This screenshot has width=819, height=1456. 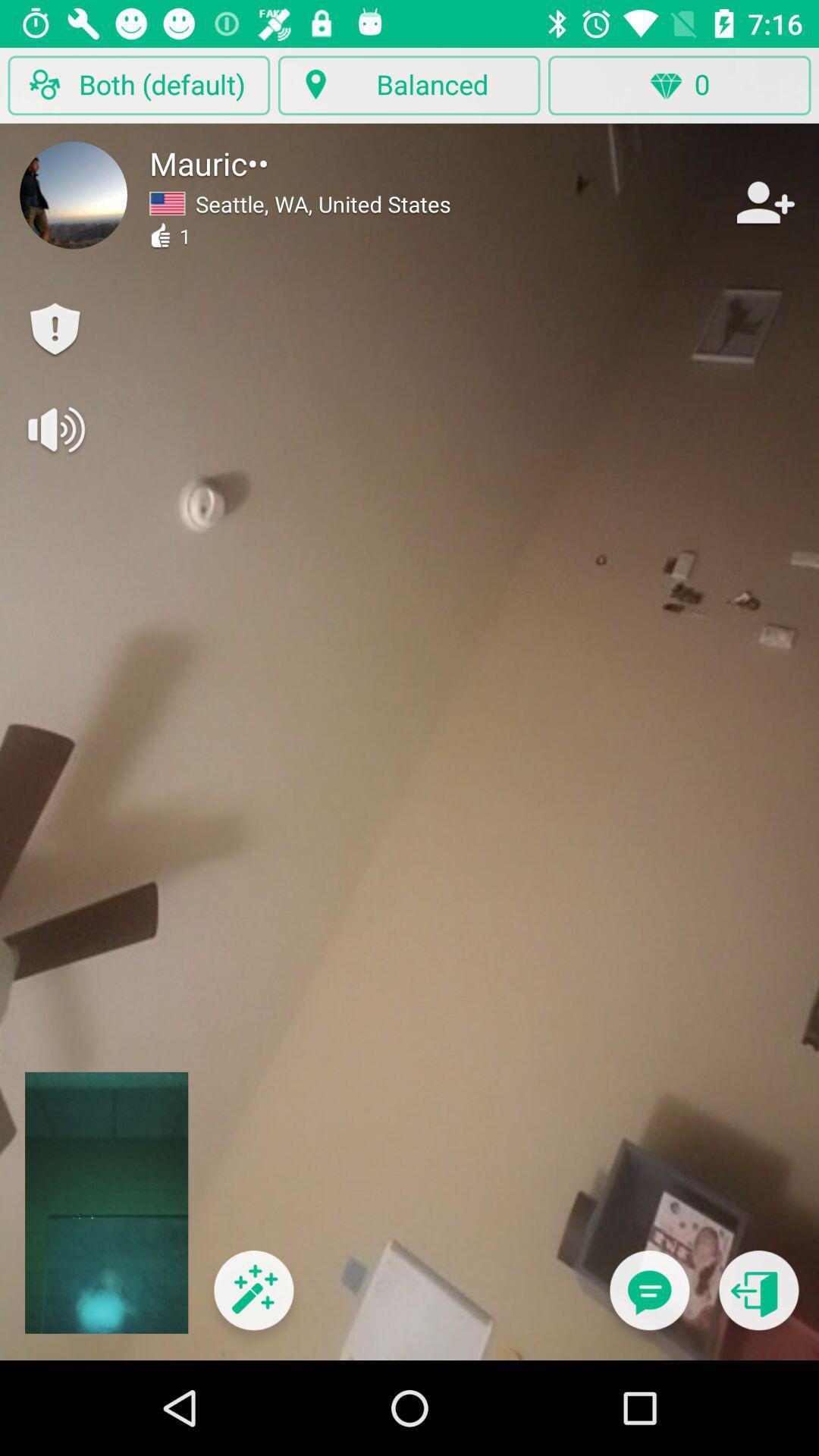 I want to click on user profile, so click(x=74, y=194).